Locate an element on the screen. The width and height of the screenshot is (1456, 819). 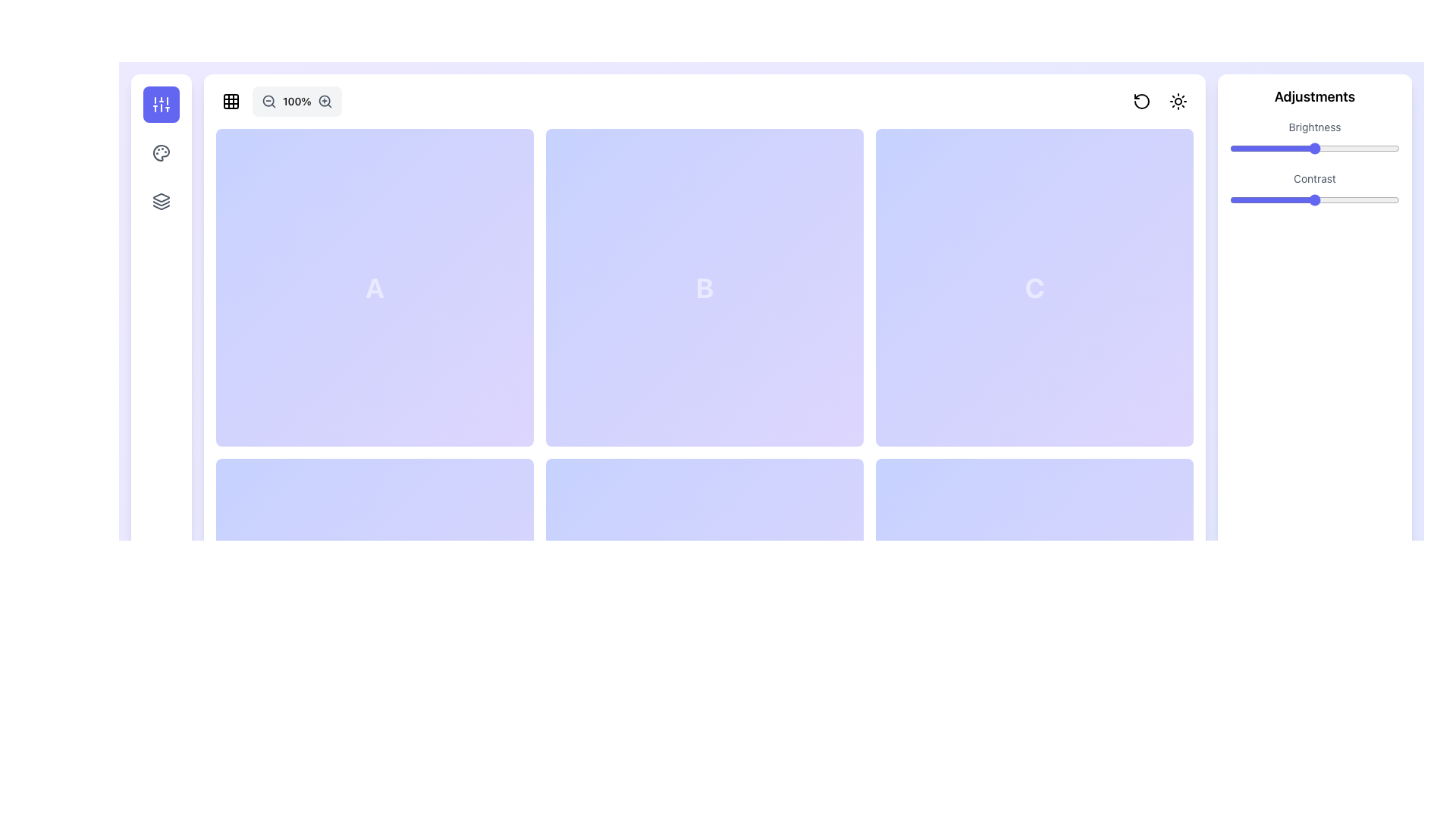
the small triangular layer icon, which is the third stacked shape in the left vertical toolbar, to interact with its related functionality is located at coordinates (161, 207).